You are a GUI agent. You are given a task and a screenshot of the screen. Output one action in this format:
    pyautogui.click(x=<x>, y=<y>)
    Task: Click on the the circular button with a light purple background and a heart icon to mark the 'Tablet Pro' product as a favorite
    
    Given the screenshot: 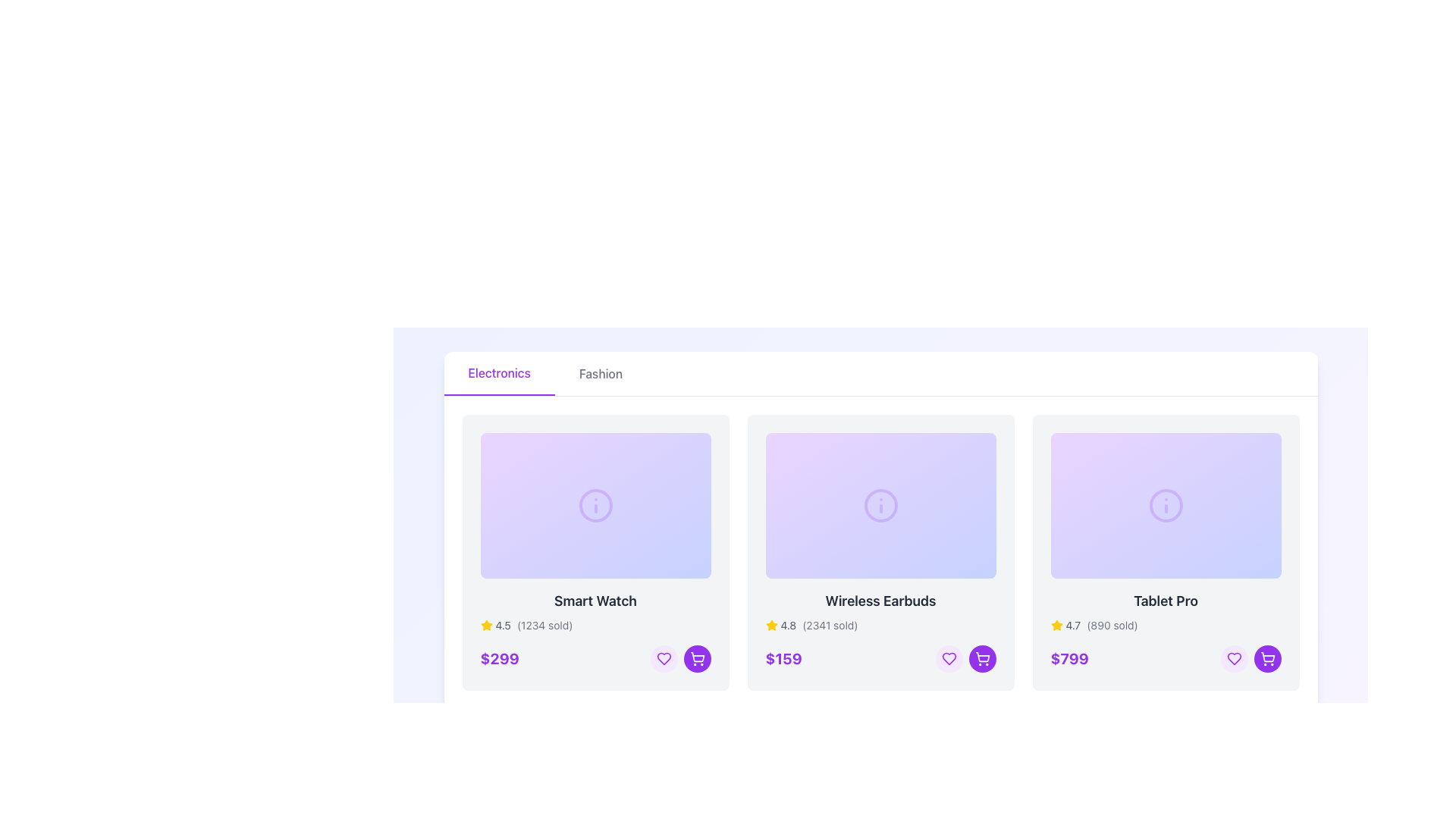 What is the action you would take?
    pyautogui.click(x=1234, y=657)
    